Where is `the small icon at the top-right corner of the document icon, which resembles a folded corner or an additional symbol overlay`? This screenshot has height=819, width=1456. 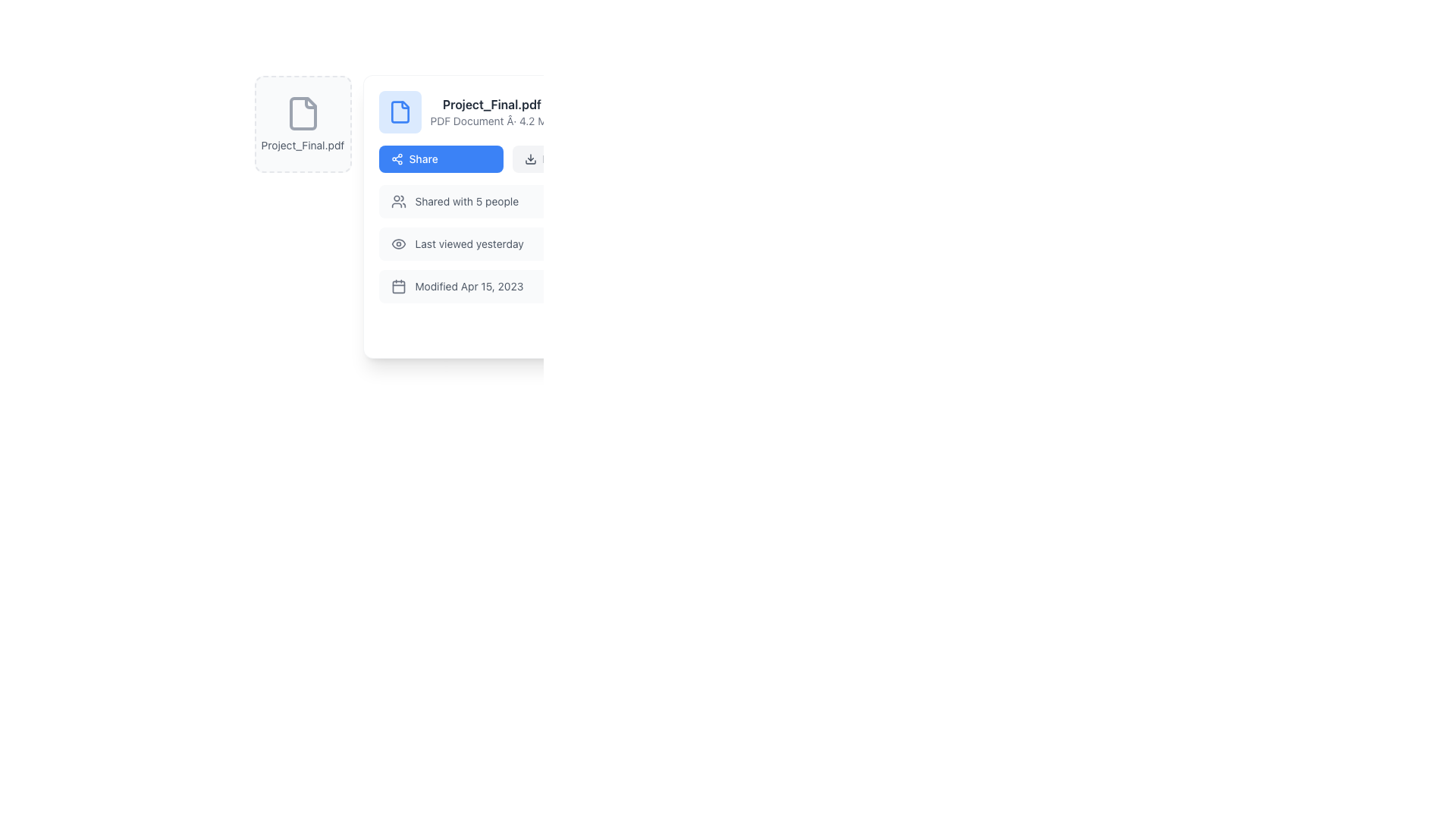 the small icon at the top-right corner of the document icon, which resembles a folded corner or an additional symbol overlay is located at coordinates (309, 102).